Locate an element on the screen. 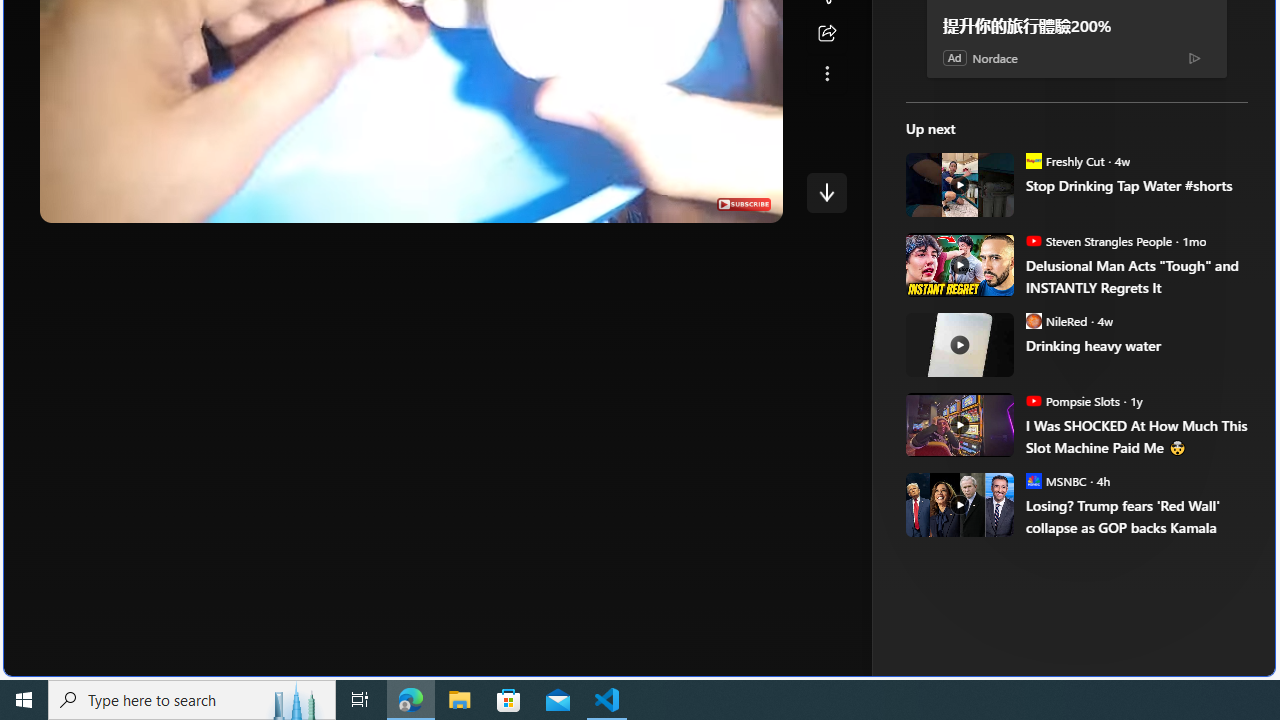  'Steven Strangles People Steven Strangles People' is located at coordinates (1097, 239).